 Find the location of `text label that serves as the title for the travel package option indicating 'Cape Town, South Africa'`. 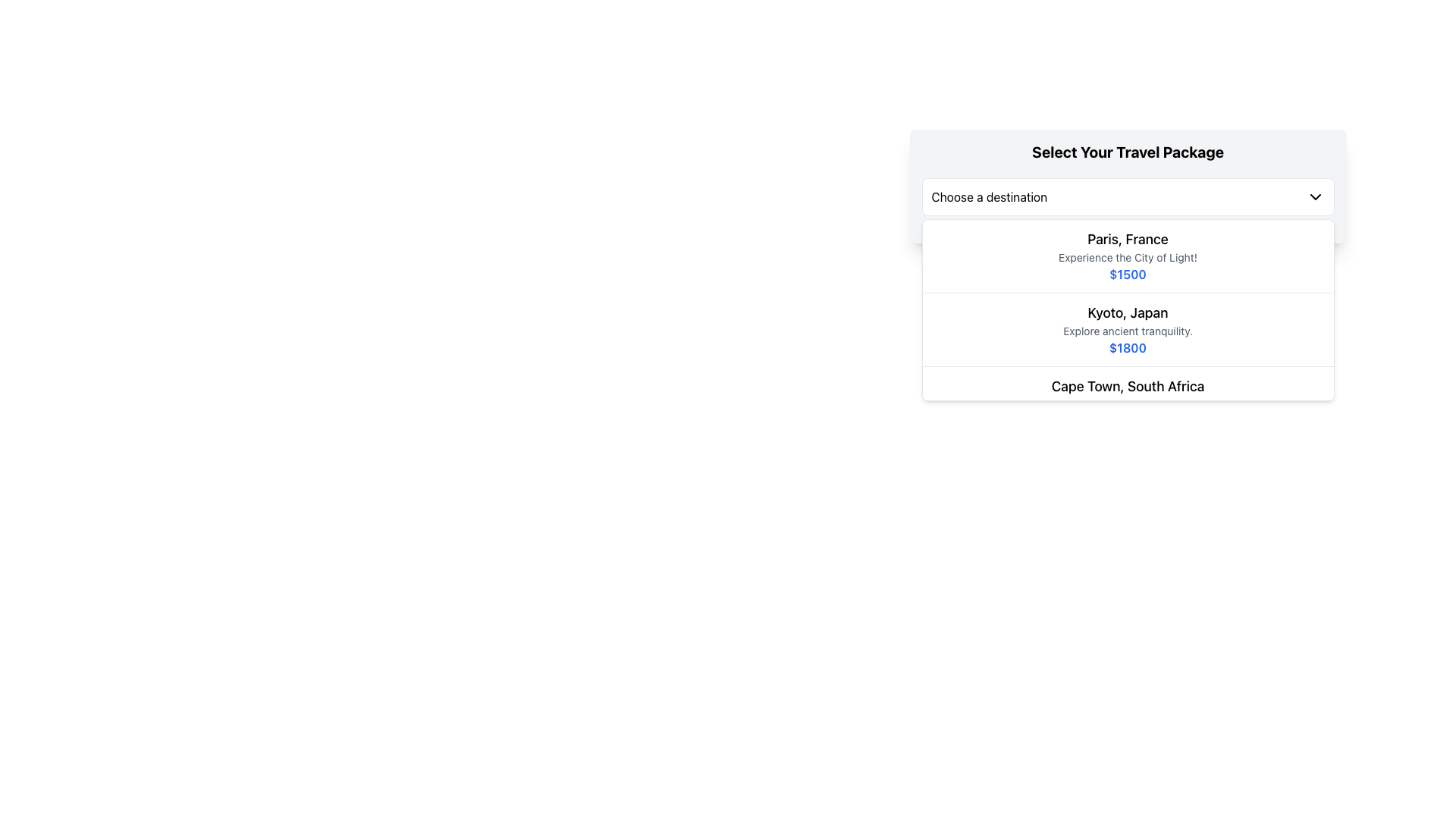

text label that serves as the title for the travel package option indicating 'Cape Town, South Africa' is located at coordinates (1128, 385).